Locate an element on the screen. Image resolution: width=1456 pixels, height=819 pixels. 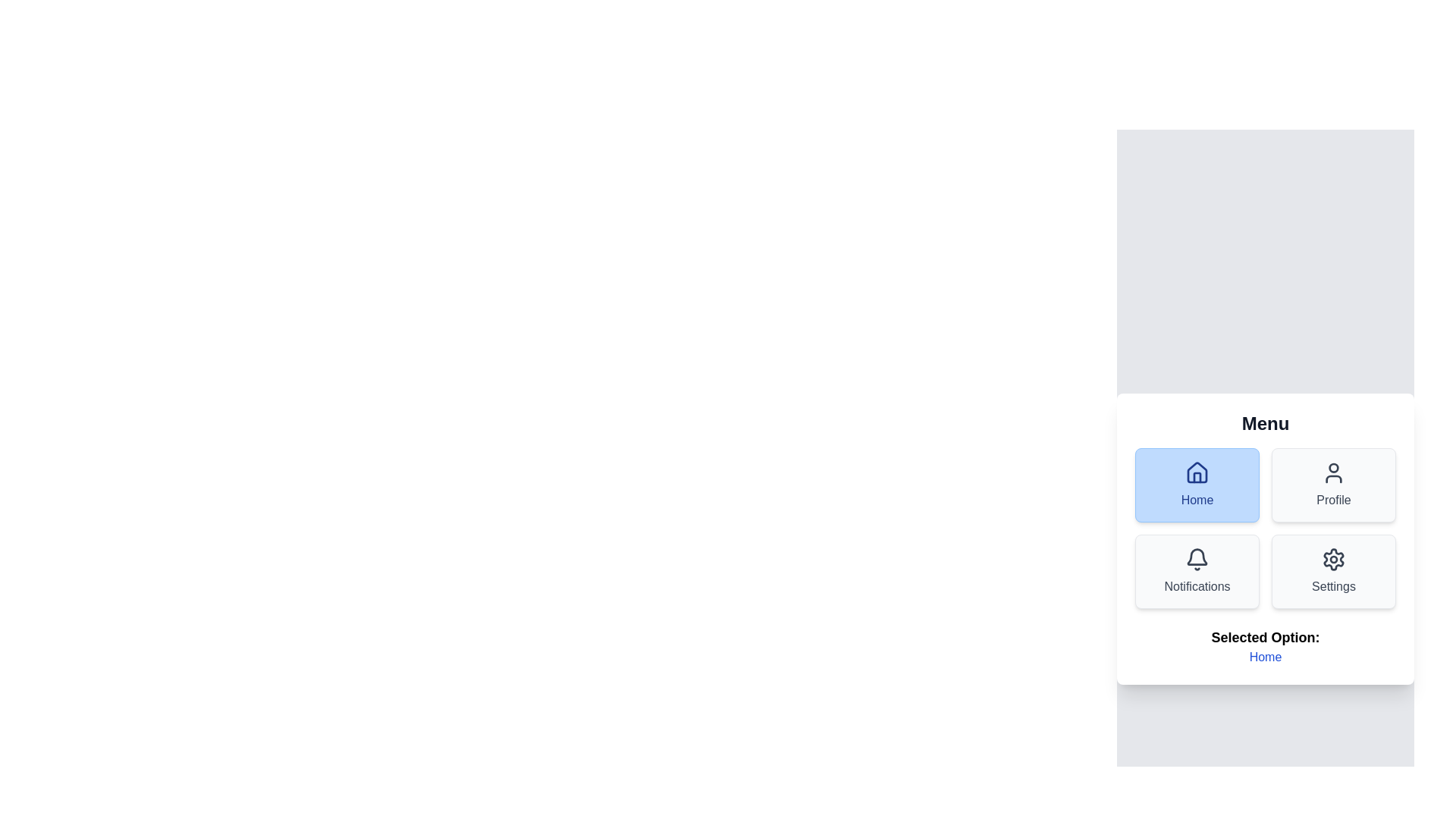
the Home menu option is located at coordinates (1197, 485).